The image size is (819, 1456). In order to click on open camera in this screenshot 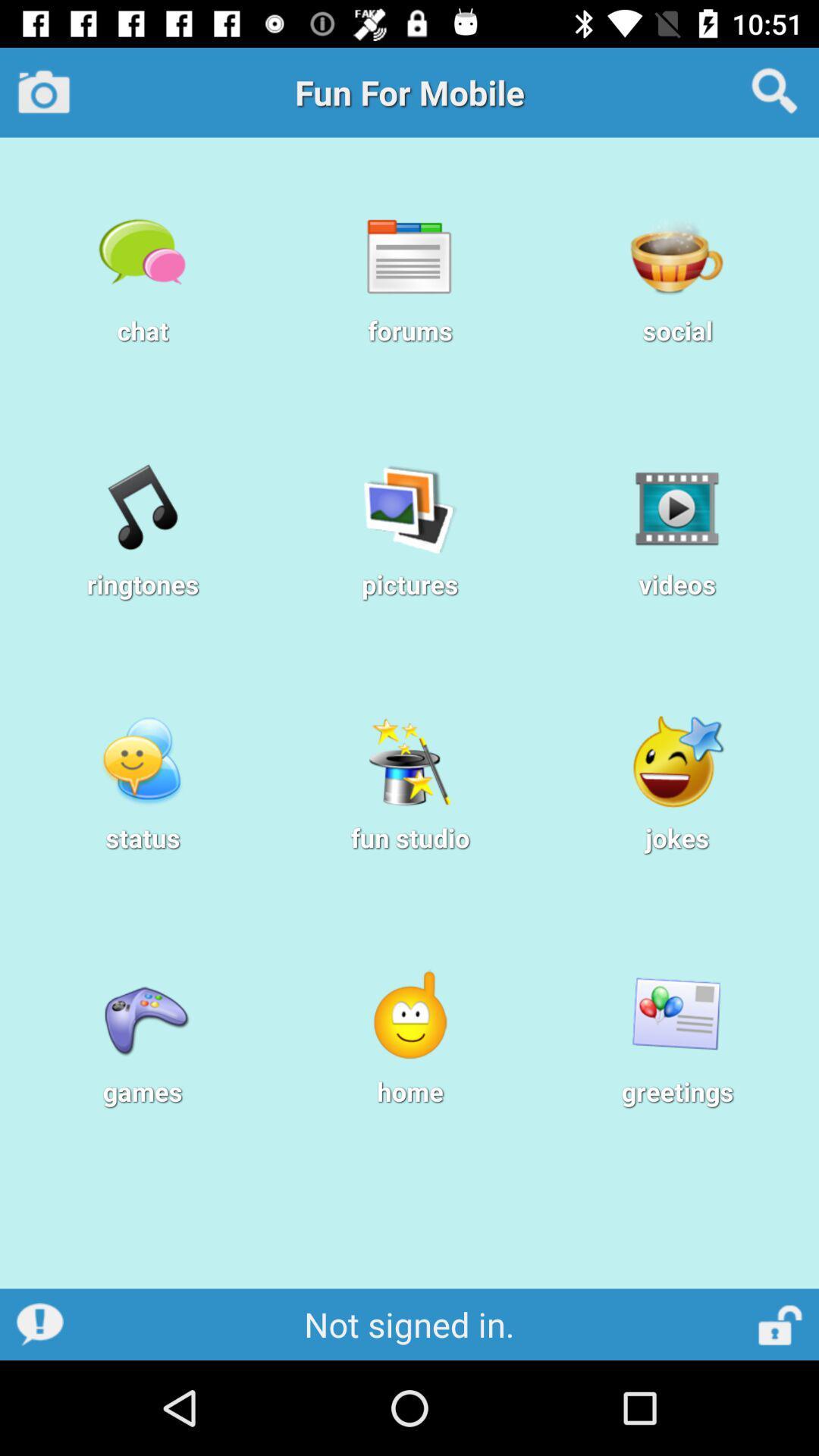, I will do `click(43, 91)`.